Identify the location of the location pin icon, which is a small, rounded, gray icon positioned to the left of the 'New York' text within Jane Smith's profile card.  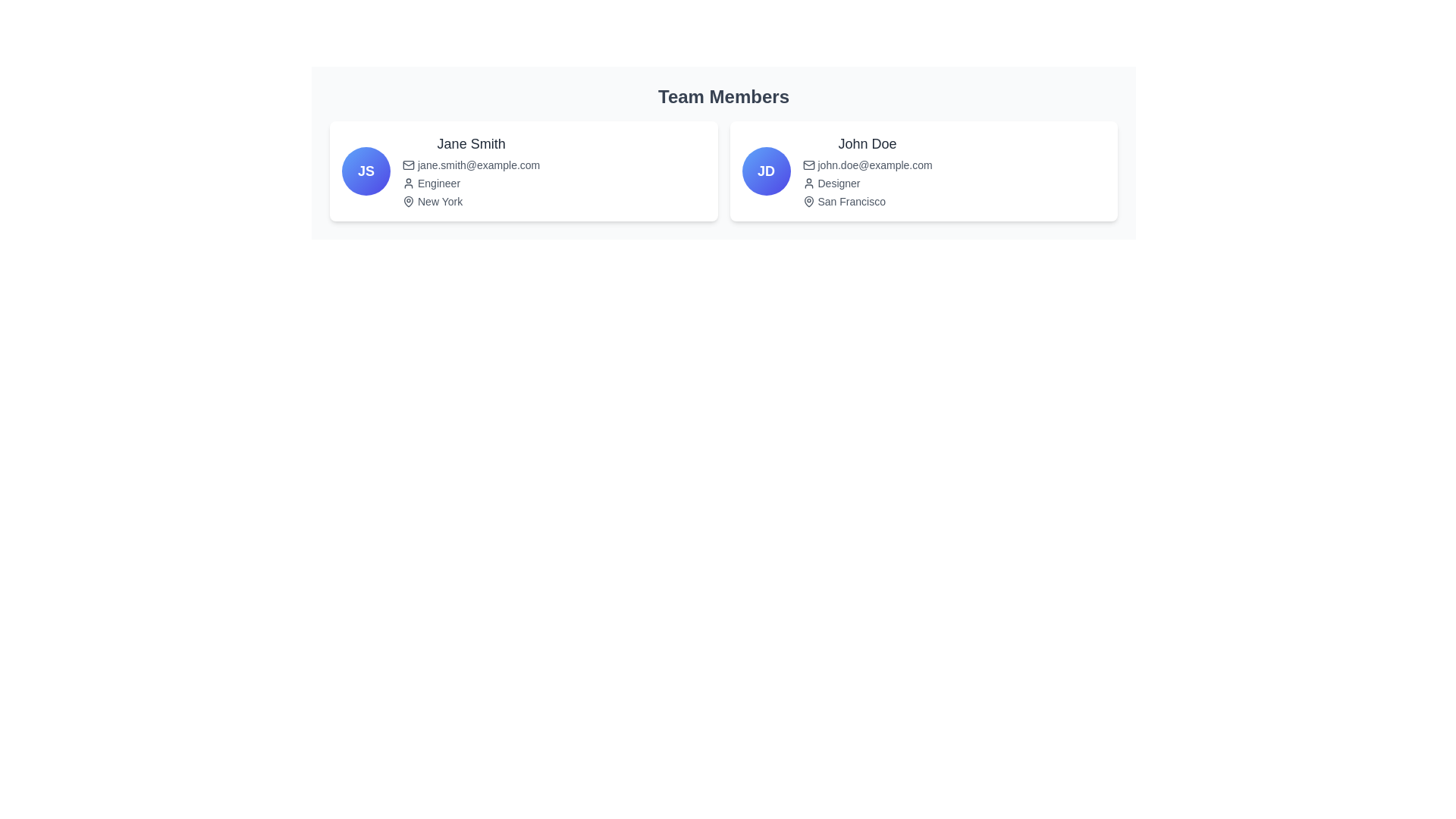
(408, 201).